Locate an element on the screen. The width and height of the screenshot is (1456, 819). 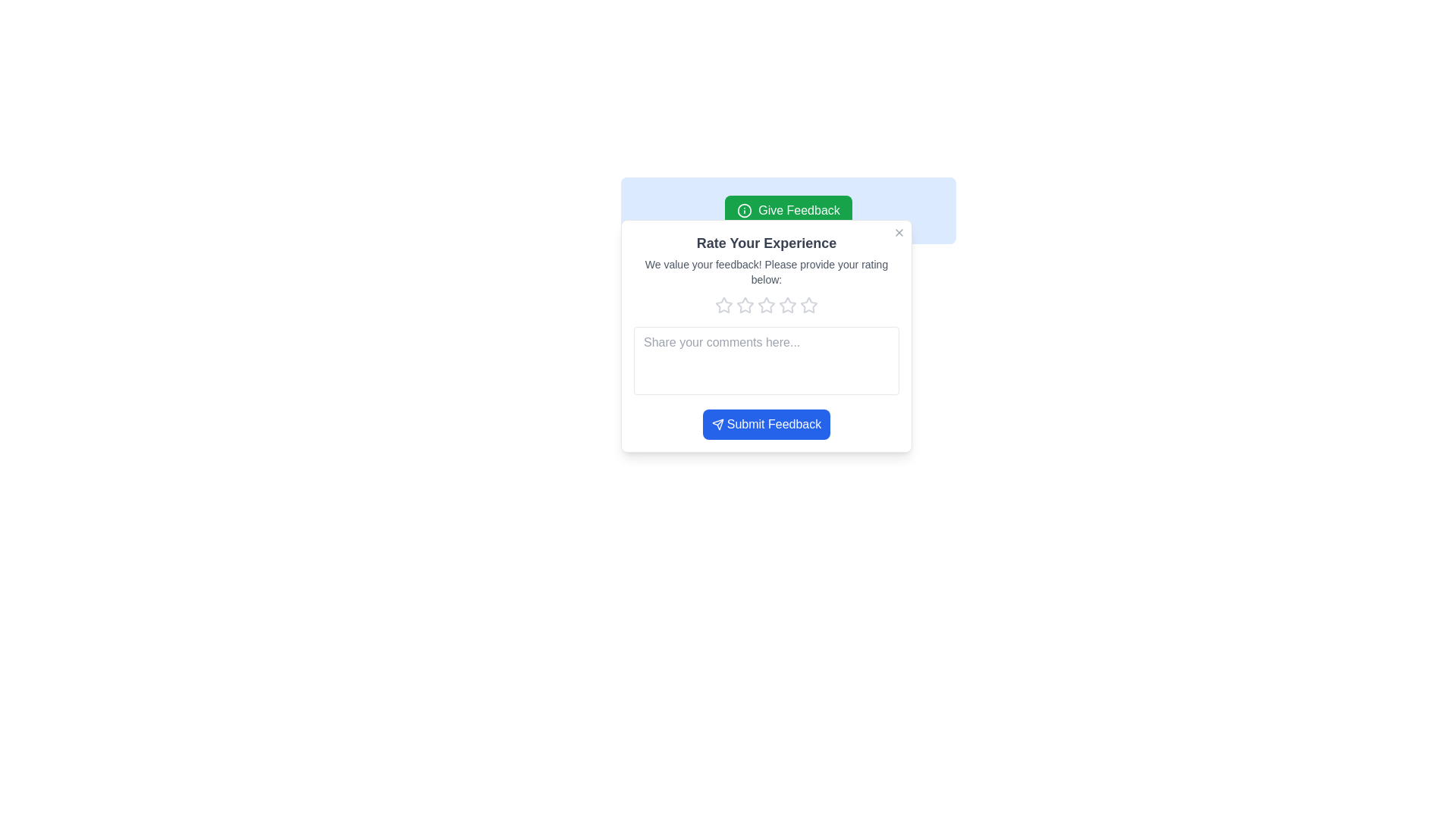
the submission icon located to the left of the 'Submit Feedback' text, which indicates the action of submission or sending is located at coordinates (717, 424).